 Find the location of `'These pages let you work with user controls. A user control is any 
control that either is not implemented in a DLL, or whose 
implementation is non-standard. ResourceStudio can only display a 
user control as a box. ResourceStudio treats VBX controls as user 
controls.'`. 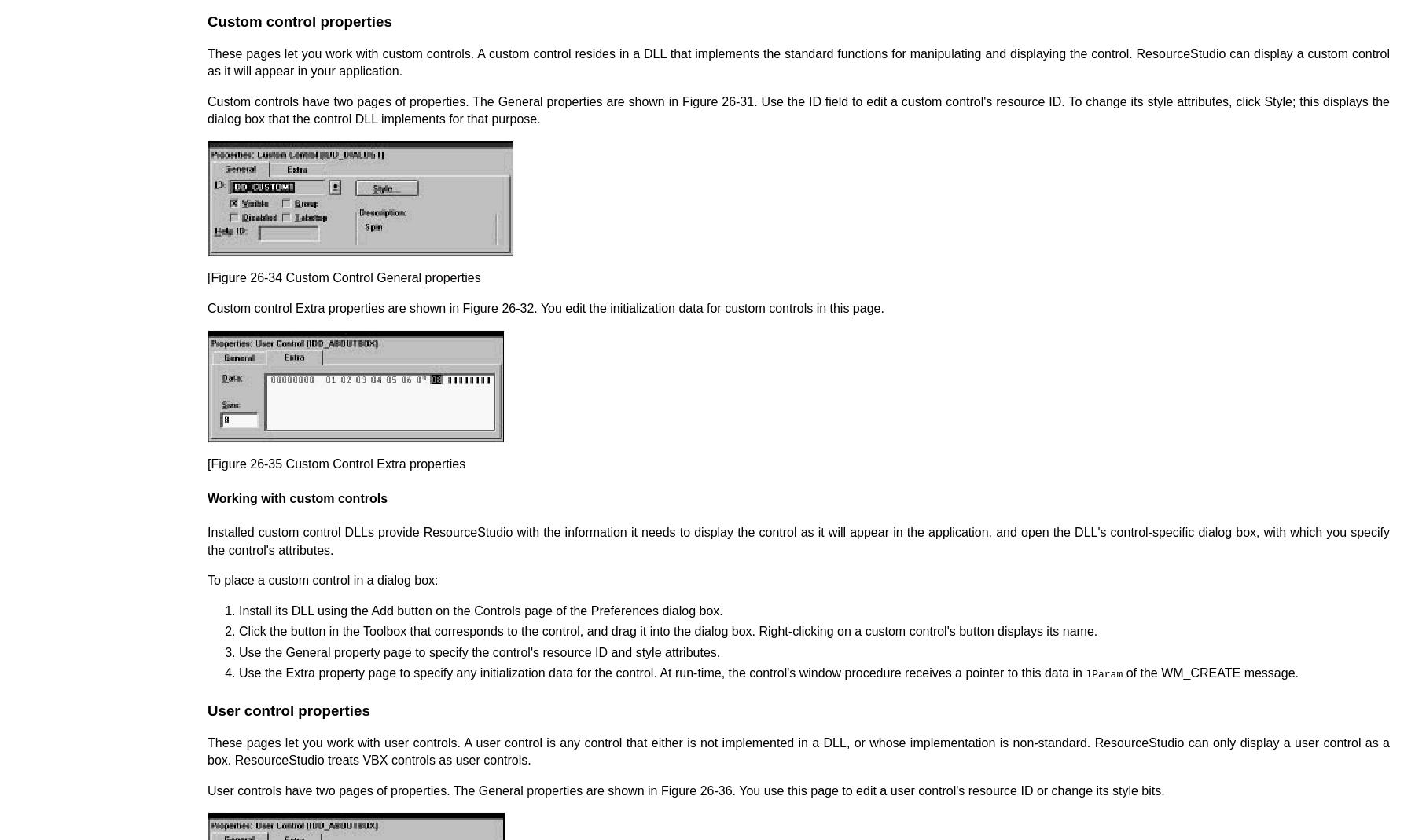

'These pages let you work with user controls. A user control is any 
control that either is not implemented in a DLL, or whose 
implementation is non-standard. ResourceStudio can only display a 
user control as a box. ResourceStudio treats VBX controls as user 
controls.' is located at coordinates (798, 750).